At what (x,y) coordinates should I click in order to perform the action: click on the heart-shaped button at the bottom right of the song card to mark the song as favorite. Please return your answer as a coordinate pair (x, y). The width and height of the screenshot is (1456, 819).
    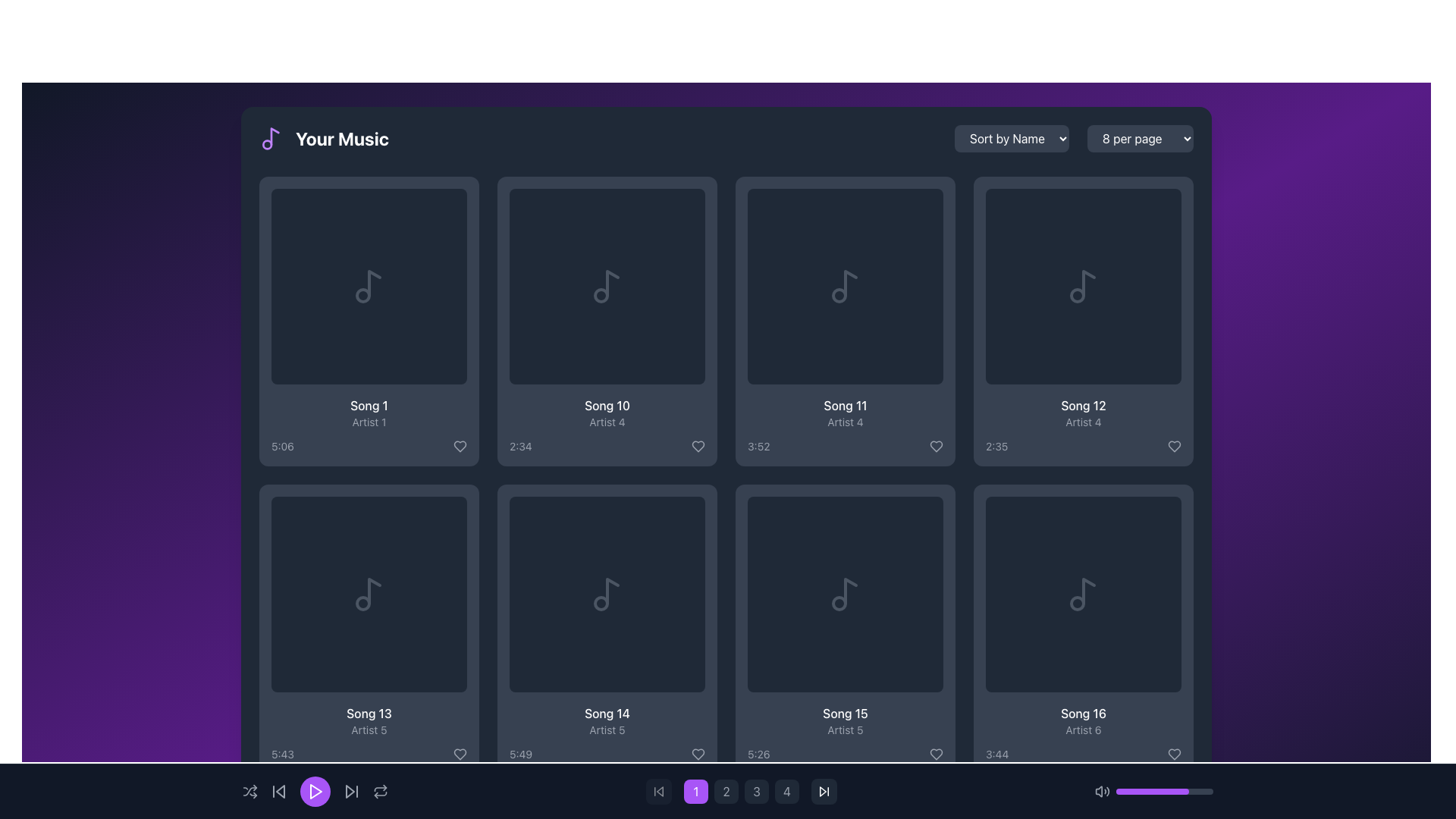
    Looking at the image, I should click on (1174, 446).